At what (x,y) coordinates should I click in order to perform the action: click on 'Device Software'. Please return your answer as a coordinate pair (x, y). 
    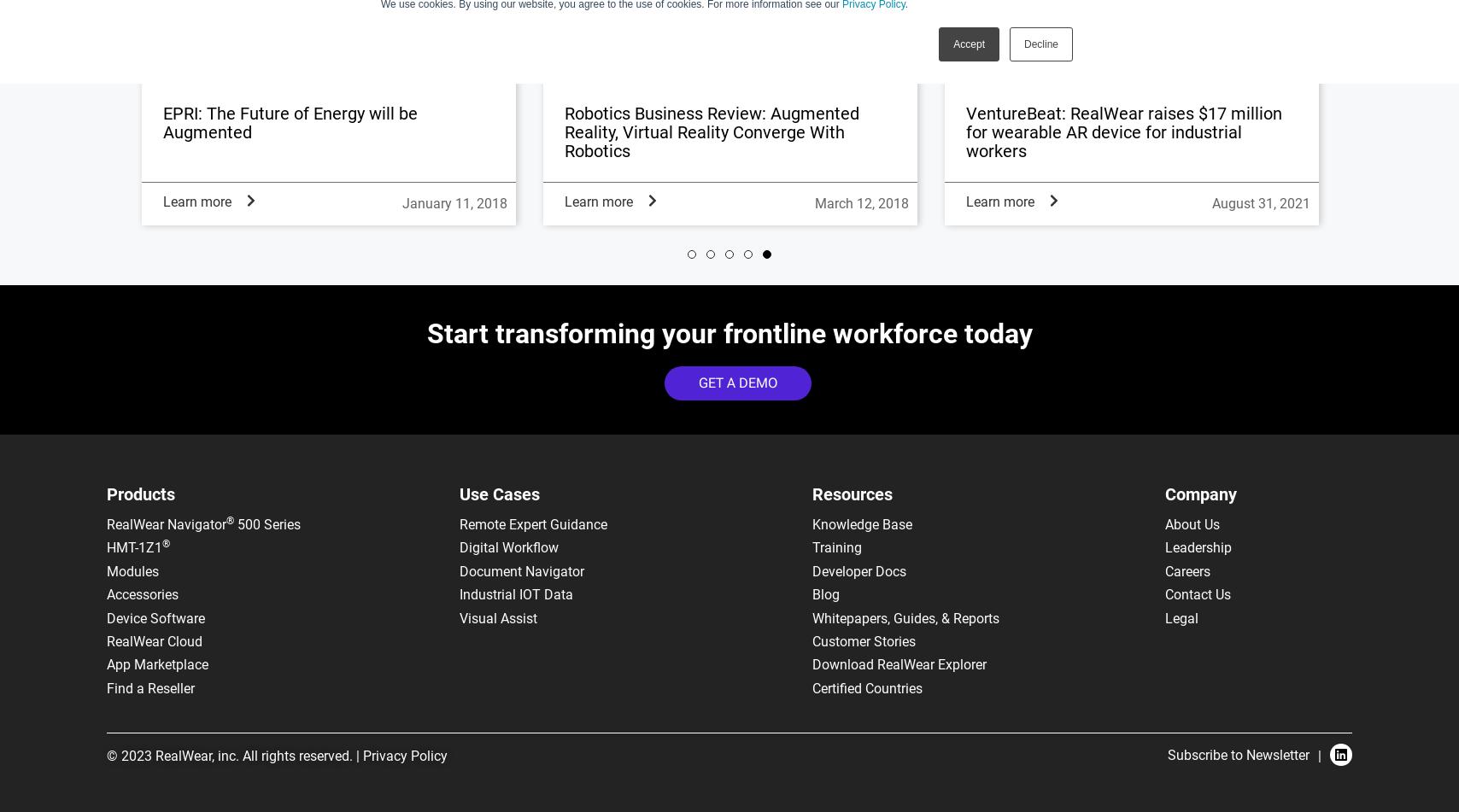
    Looking at the image, I should click on (155, 616).